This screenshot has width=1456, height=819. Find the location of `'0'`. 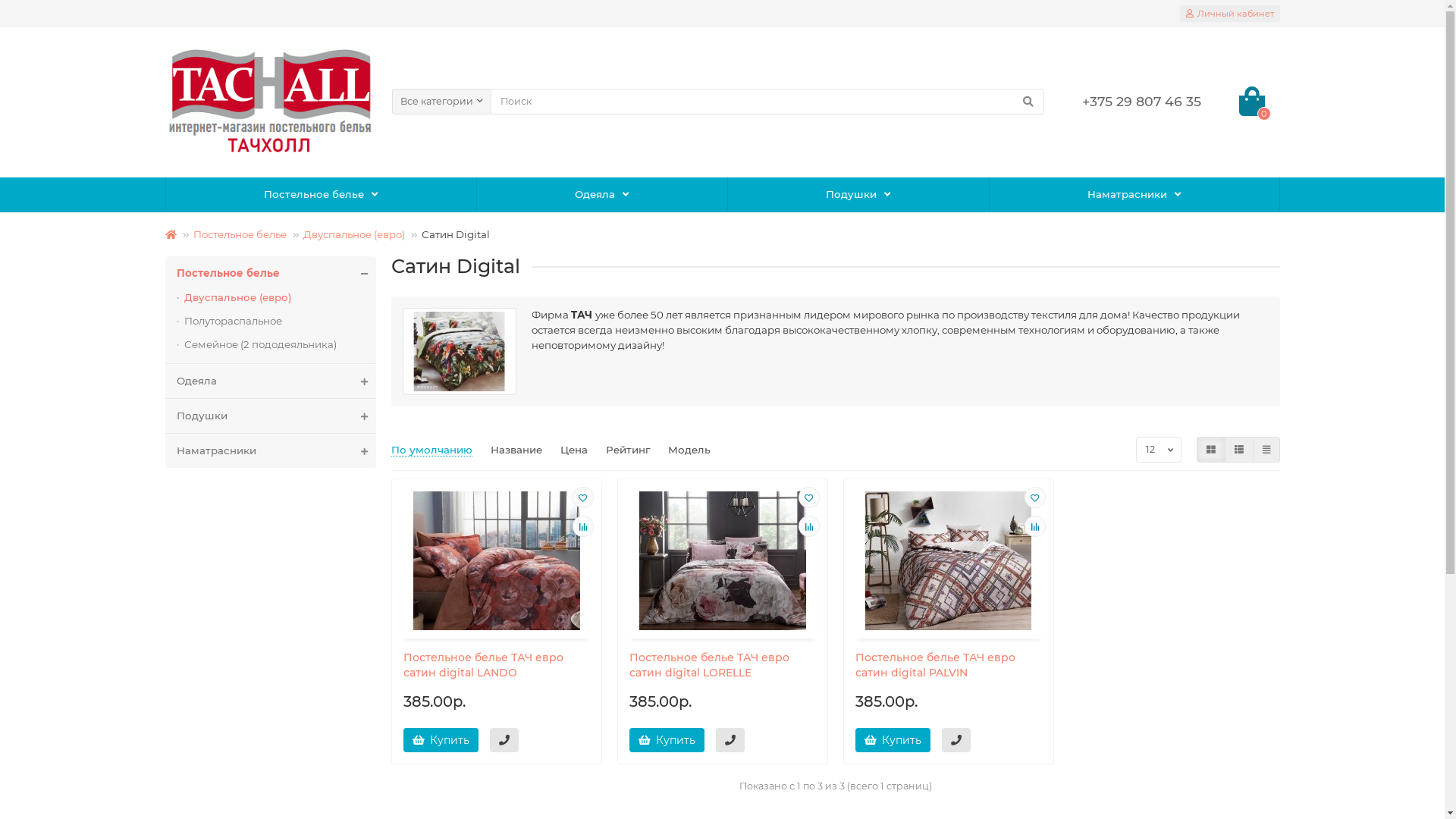

'0' is located at coordinates (1252, 101).